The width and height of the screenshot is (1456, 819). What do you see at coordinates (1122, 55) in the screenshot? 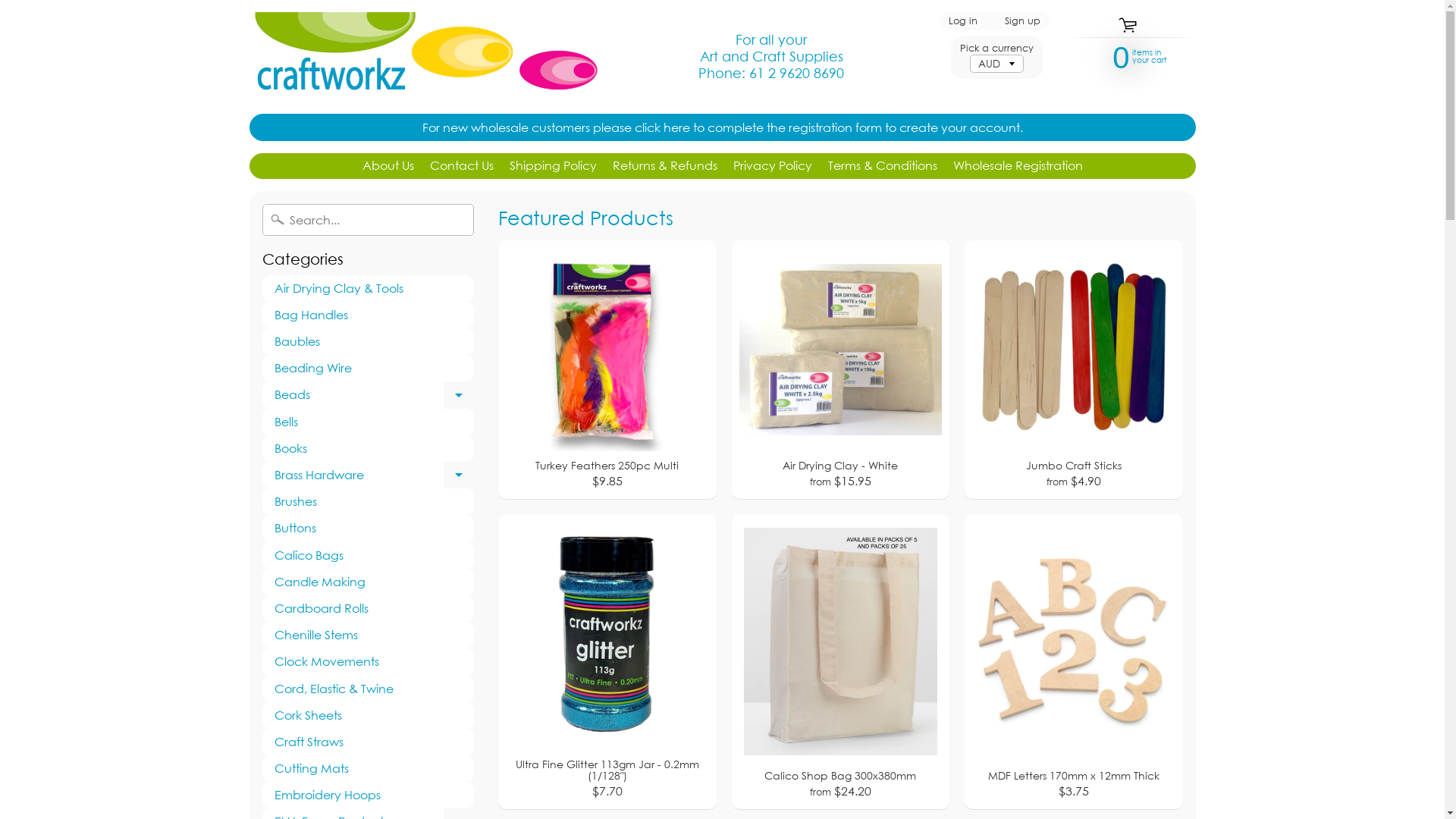
I see `'0` at bounding box center [1122, 55].